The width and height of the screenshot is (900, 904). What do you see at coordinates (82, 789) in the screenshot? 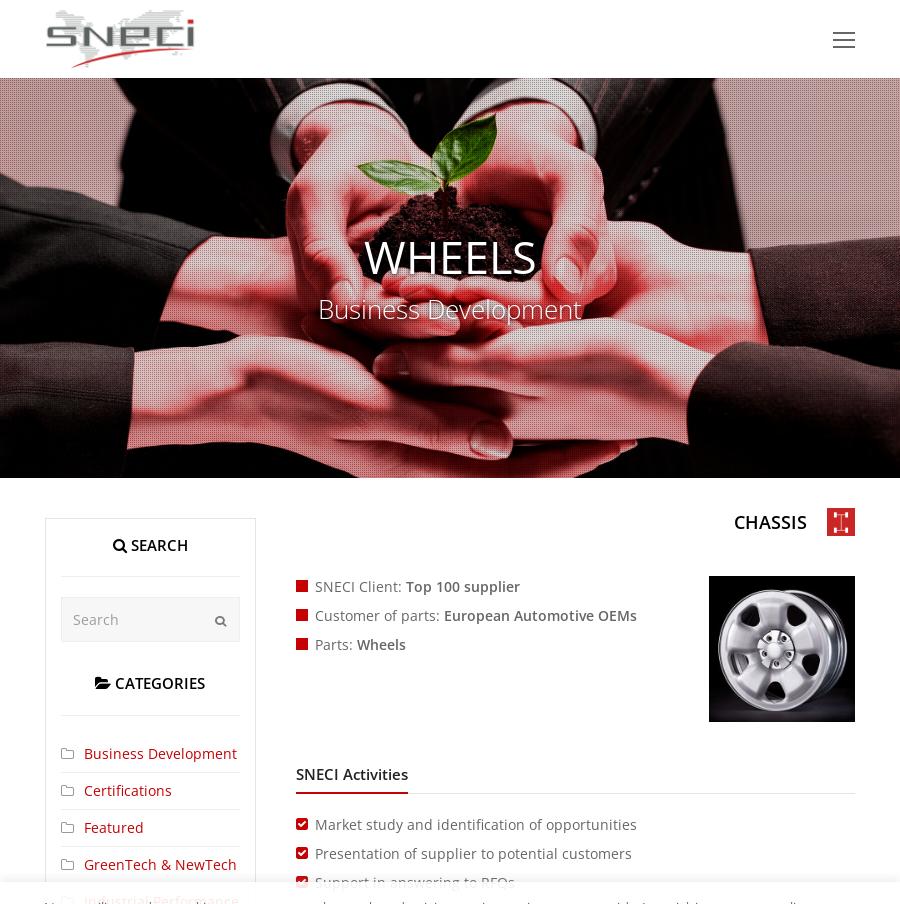
I see `'Certifications'` at bounding box center [82, 789].